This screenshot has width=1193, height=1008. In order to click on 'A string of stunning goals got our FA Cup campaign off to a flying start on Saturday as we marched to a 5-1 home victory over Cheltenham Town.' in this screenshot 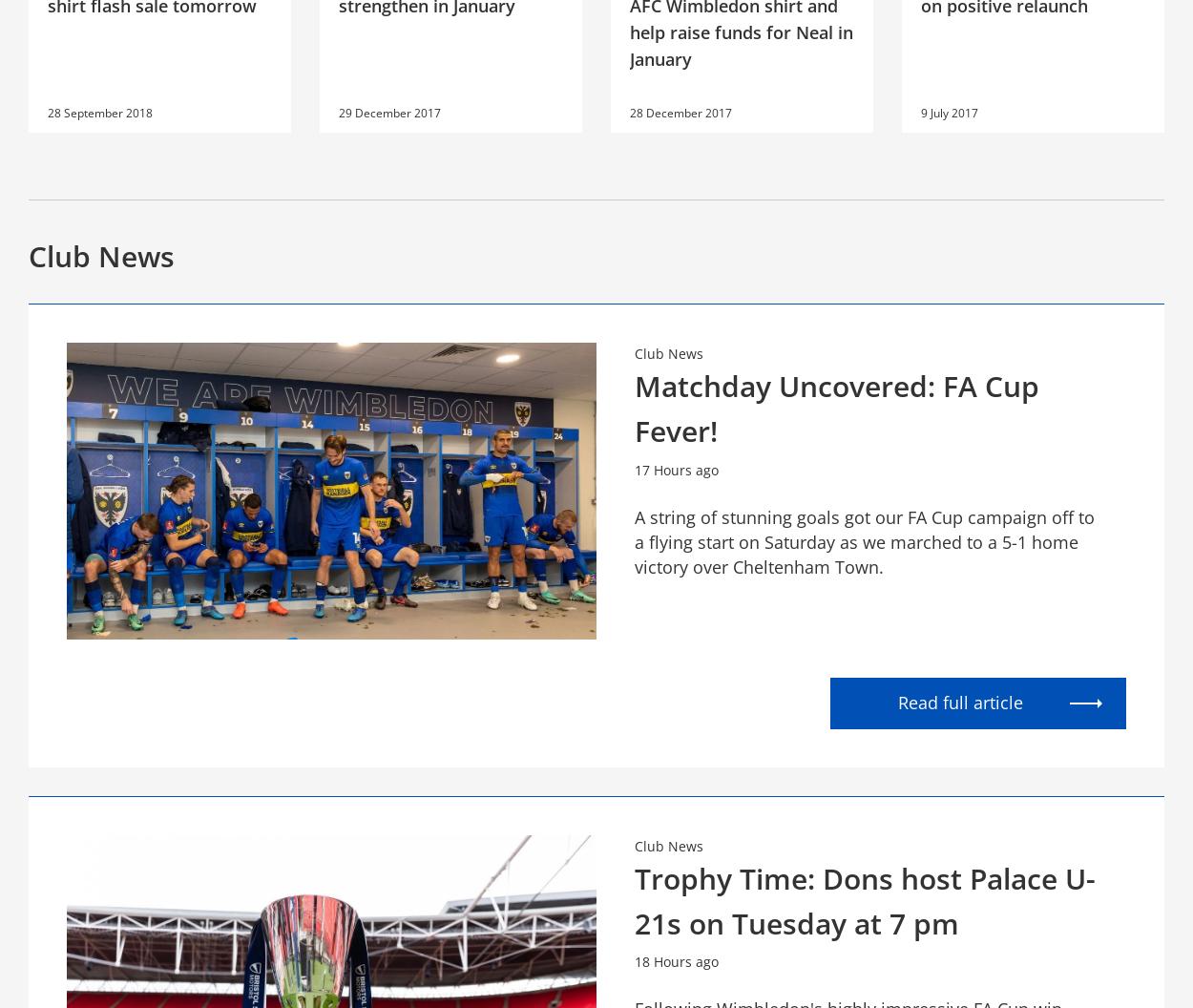, I will do `click(865, 540)`.